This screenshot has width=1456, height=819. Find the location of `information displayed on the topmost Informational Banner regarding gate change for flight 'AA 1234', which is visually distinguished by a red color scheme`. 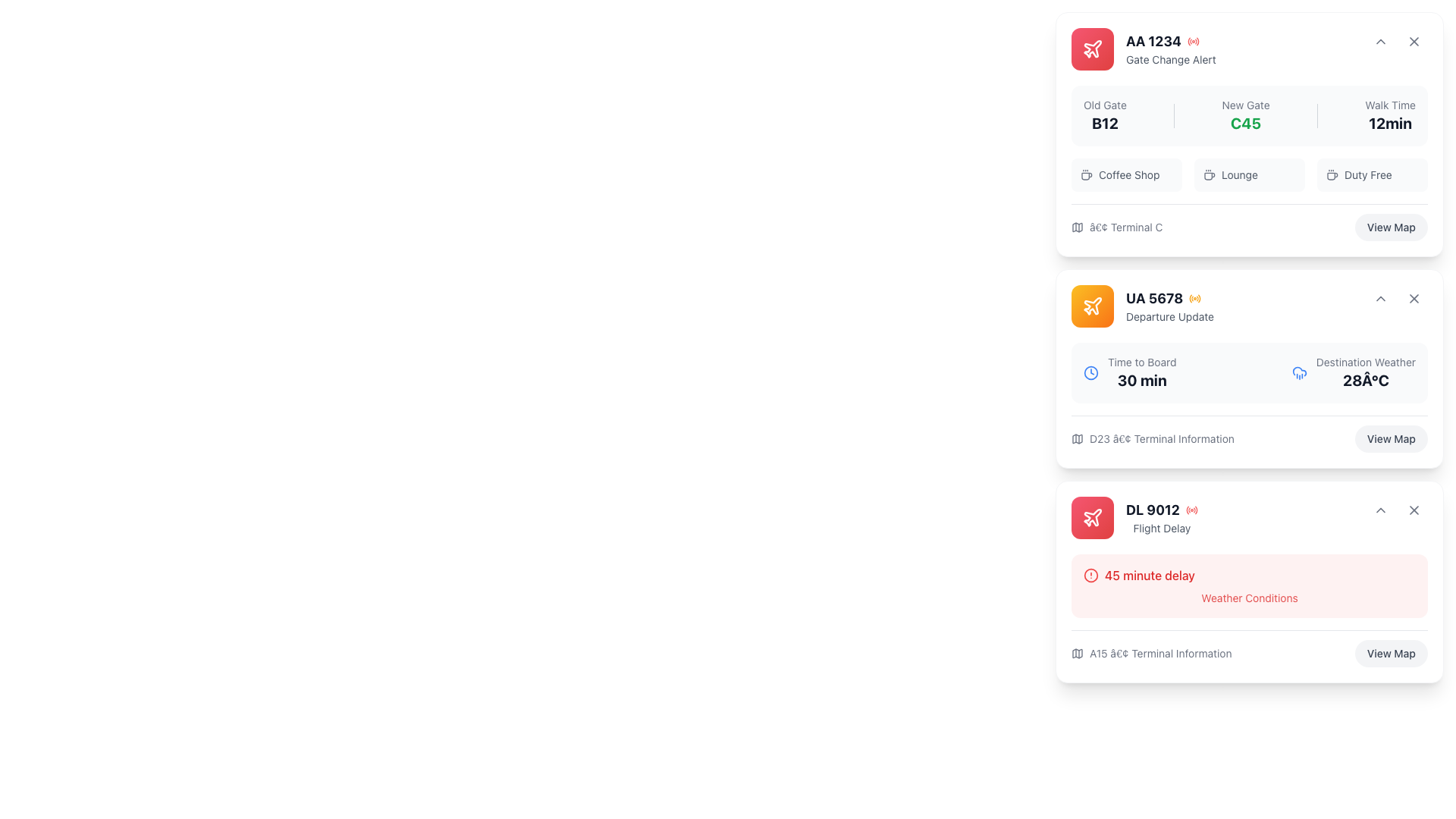

information displayed on the topmost Informational Banner regarding gate change for flight 'AA 1234', which is visually distinguished by a red color scheme is located at coordinates (1144, 49).